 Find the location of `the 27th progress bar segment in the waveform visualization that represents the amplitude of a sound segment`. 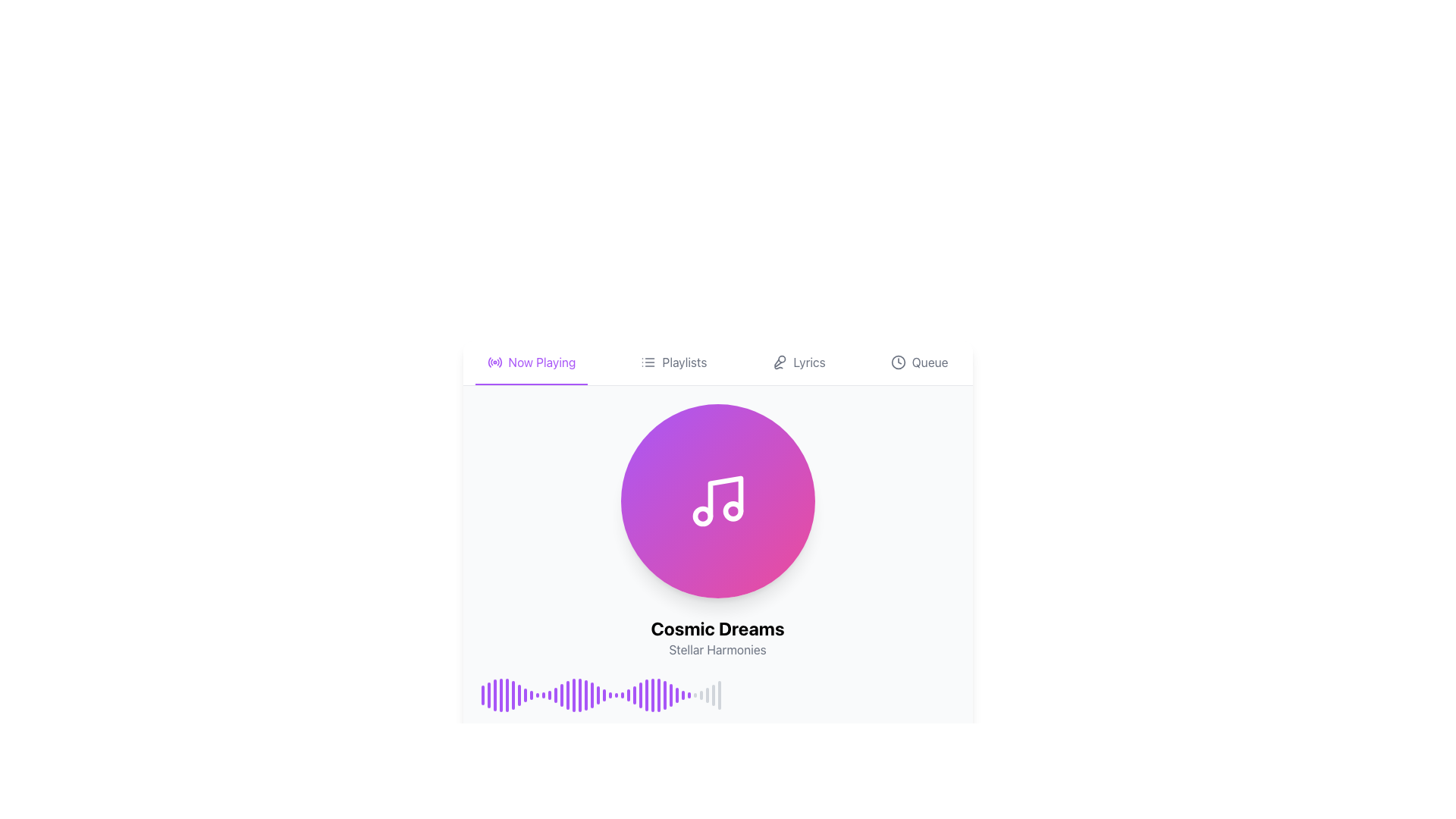

the 27th progress bar segment in the waveform visualization that represents the amplitude of a sound segment is located at coordinates (658, 695).